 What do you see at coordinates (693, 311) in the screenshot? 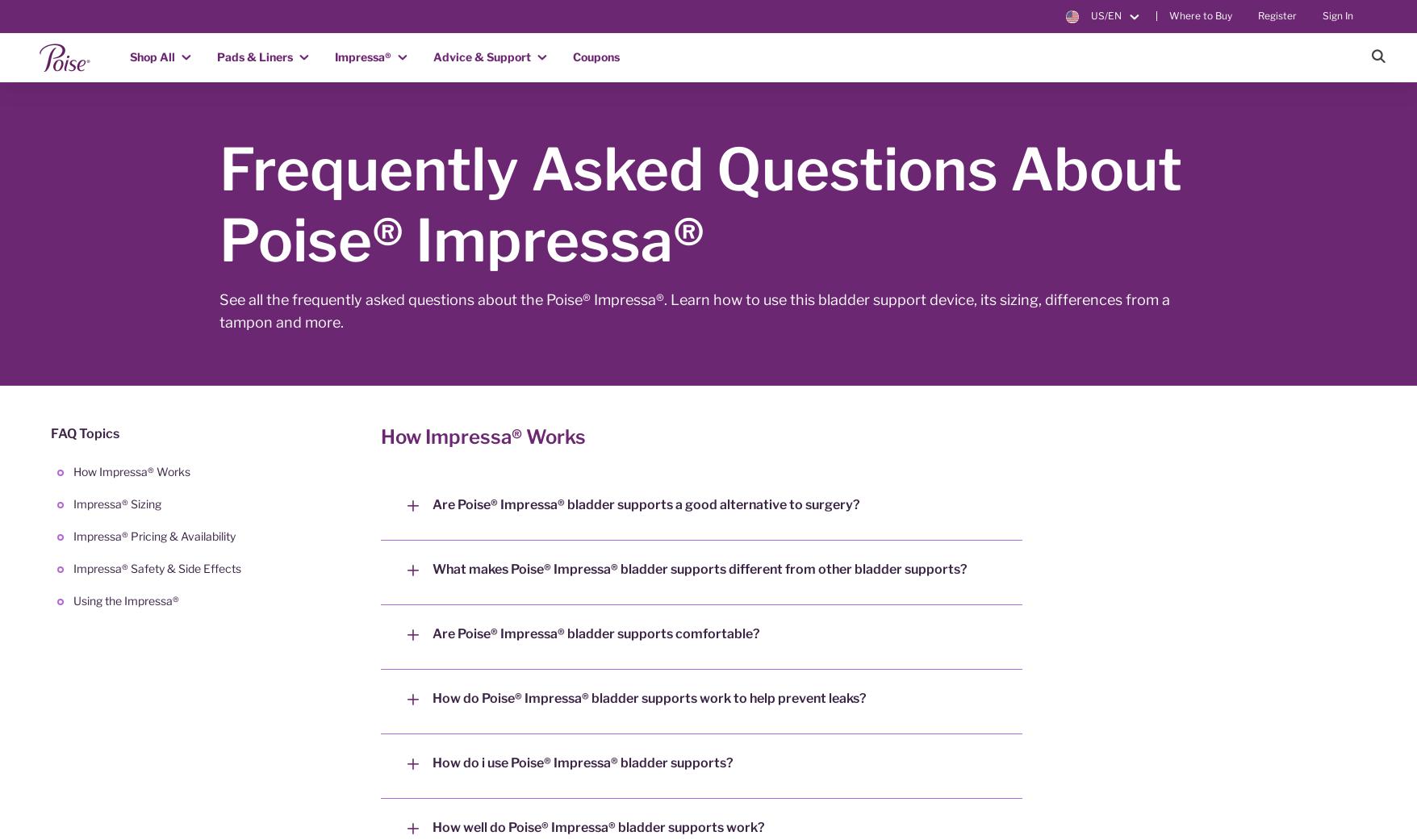
I see `'See all the frequently asked questions about the Poise® Impressa®. Learn how to use this bladder support device, its sizing, differences from a tampon and more.'` at bounding box center [693, 311].